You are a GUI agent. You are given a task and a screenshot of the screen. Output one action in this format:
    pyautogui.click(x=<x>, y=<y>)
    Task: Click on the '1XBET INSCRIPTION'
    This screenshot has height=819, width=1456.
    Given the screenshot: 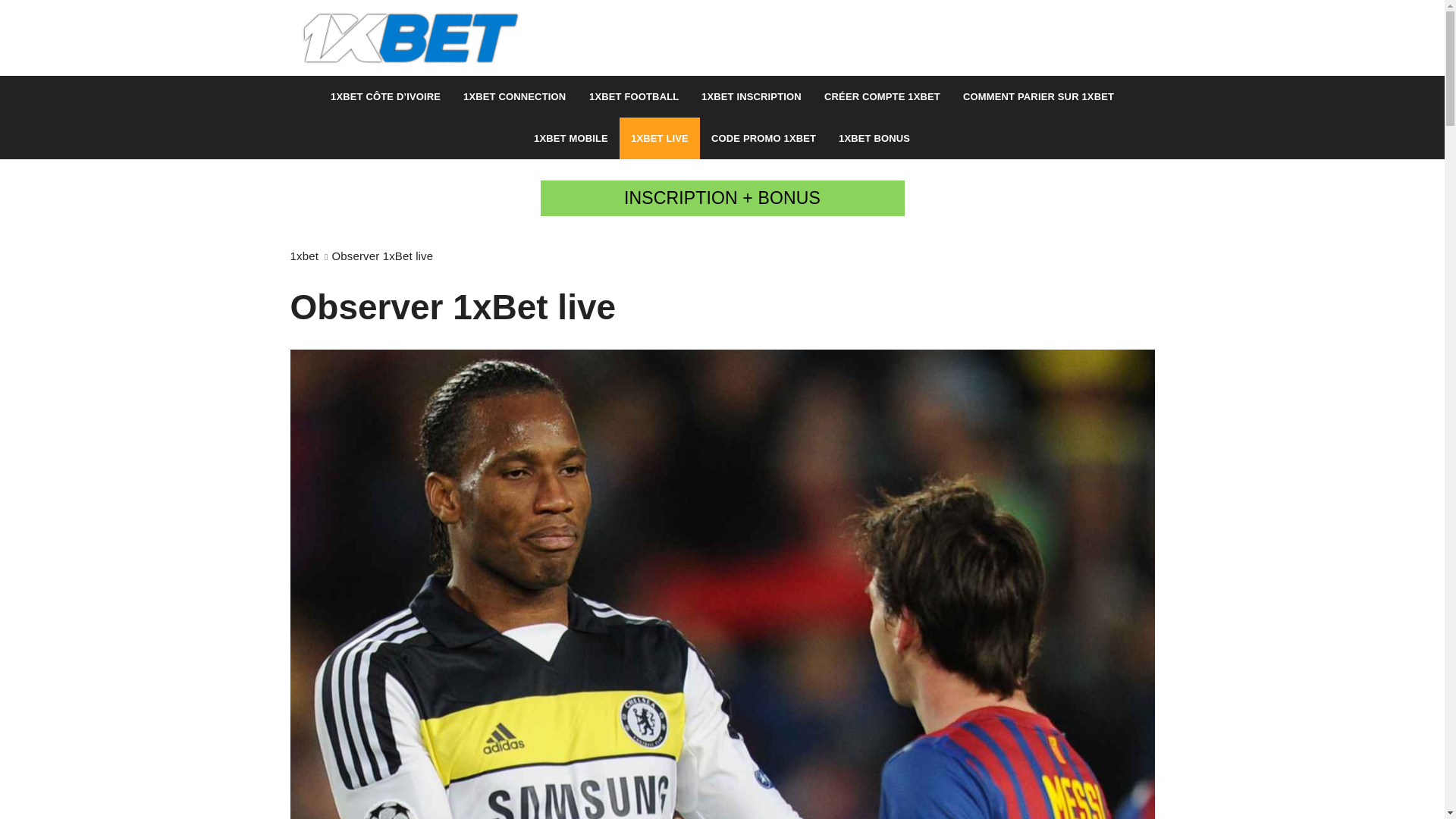 What is the action you would take?
    pyautogui.click(x=751, y=96)
    